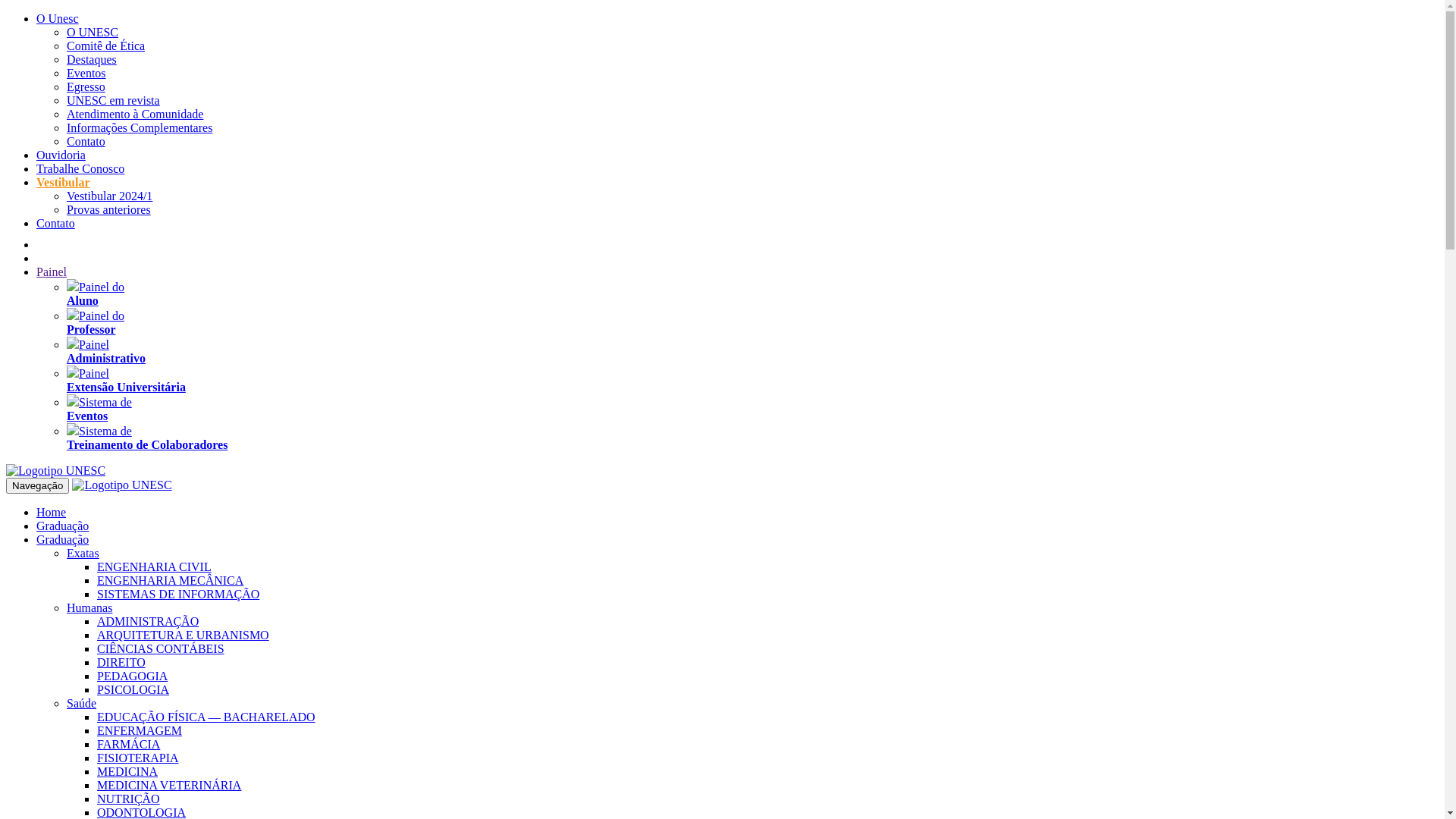  I want to click on 'MEDICINA', so click(127, 771).